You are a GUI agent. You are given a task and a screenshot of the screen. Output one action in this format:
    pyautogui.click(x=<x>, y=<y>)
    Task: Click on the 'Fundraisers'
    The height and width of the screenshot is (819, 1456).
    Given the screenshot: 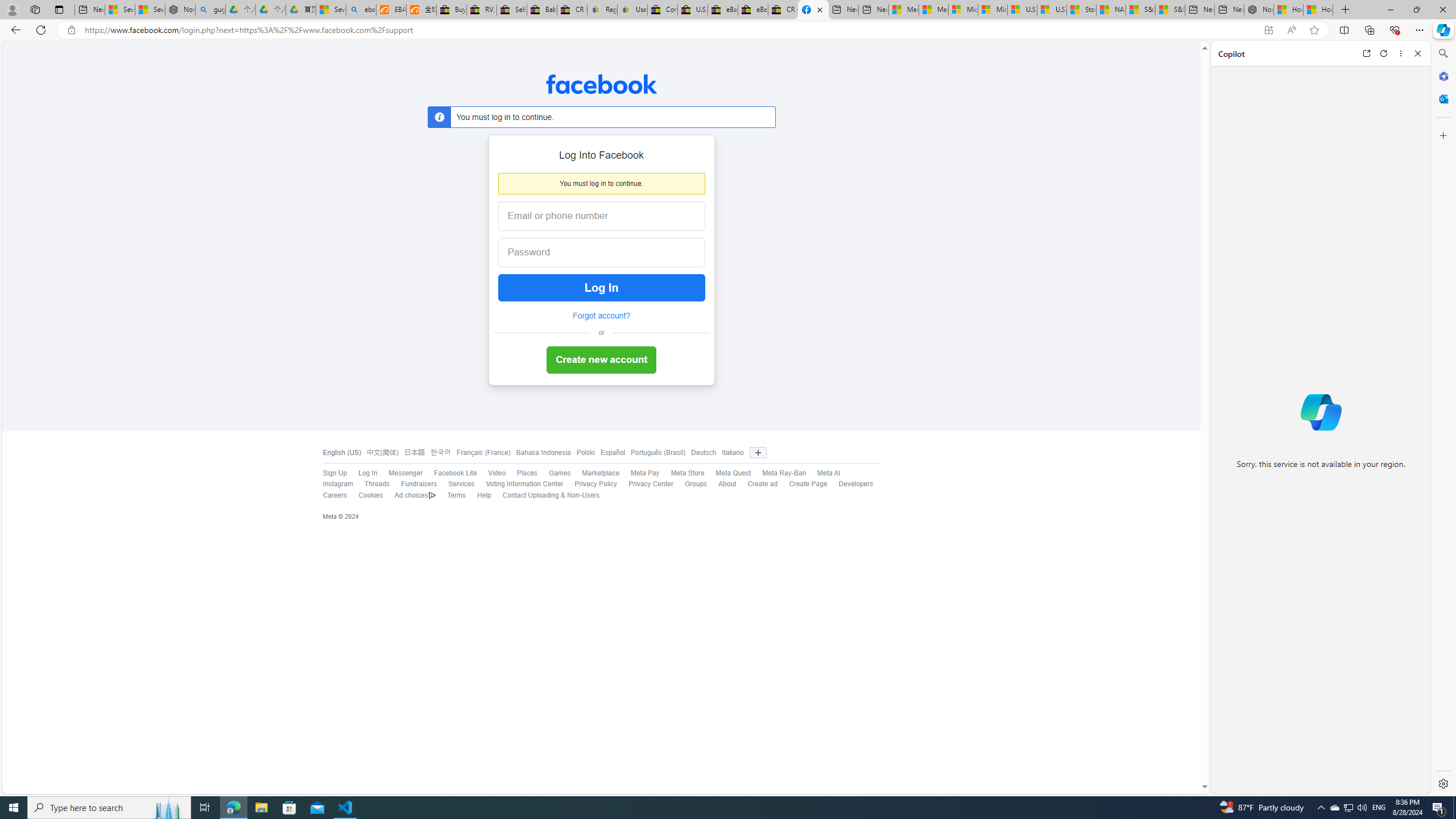 What is the action you would take?
    pyautogui.click(x=418, y=483)
    